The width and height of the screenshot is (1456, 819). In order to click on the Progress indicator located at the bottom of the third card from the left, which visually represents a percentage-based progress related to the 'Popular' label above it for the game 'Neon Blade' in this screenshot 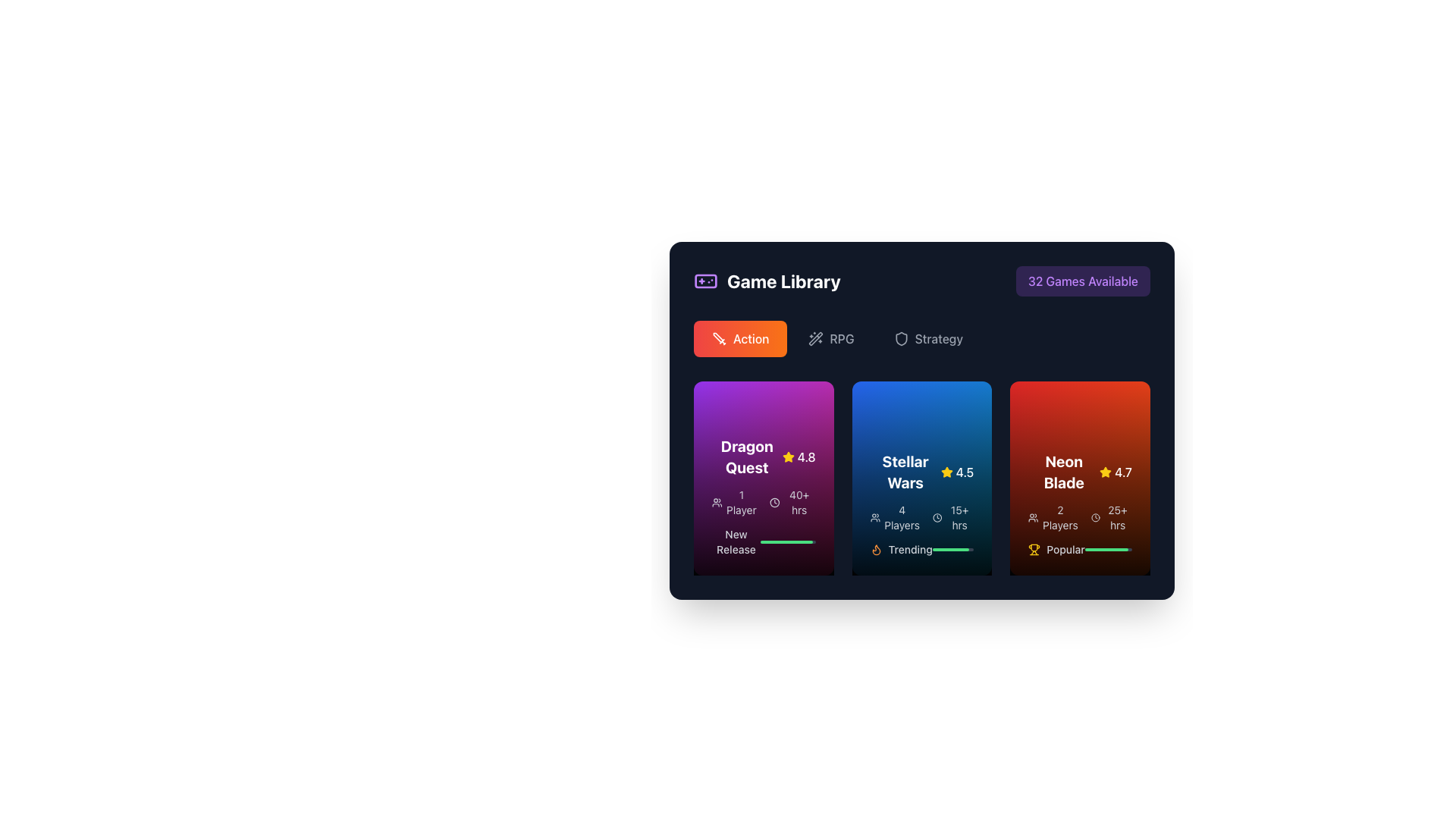, I will do `click(1106, 550)`.